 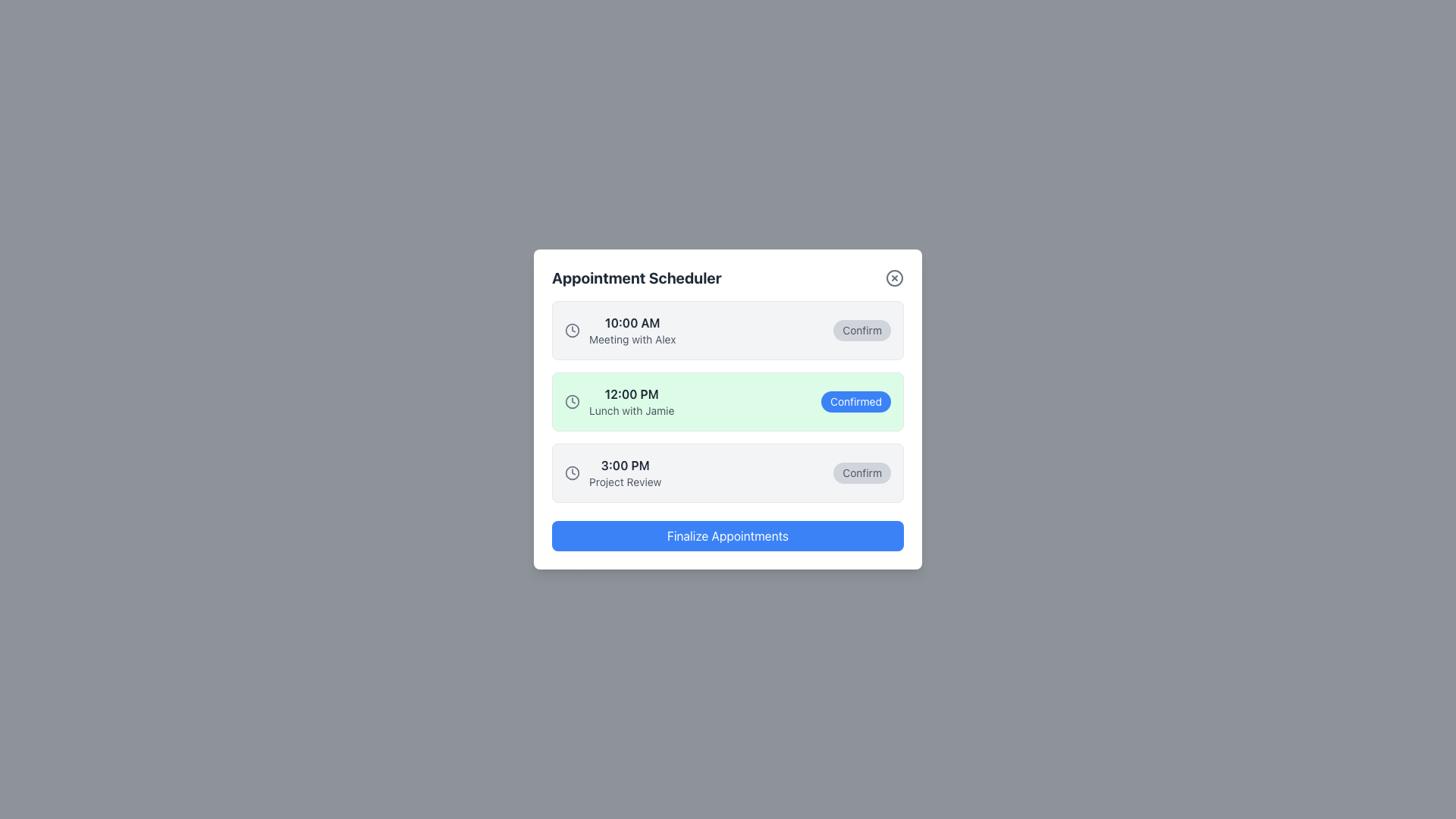 I want to click on the Text and Icon Group that displays the scheduled event's time and description, located in the center of the scheduler interface, between '10:00 AM Meeting with Alex' and '3:00 PM Project Review', so click(x=620, y=400).